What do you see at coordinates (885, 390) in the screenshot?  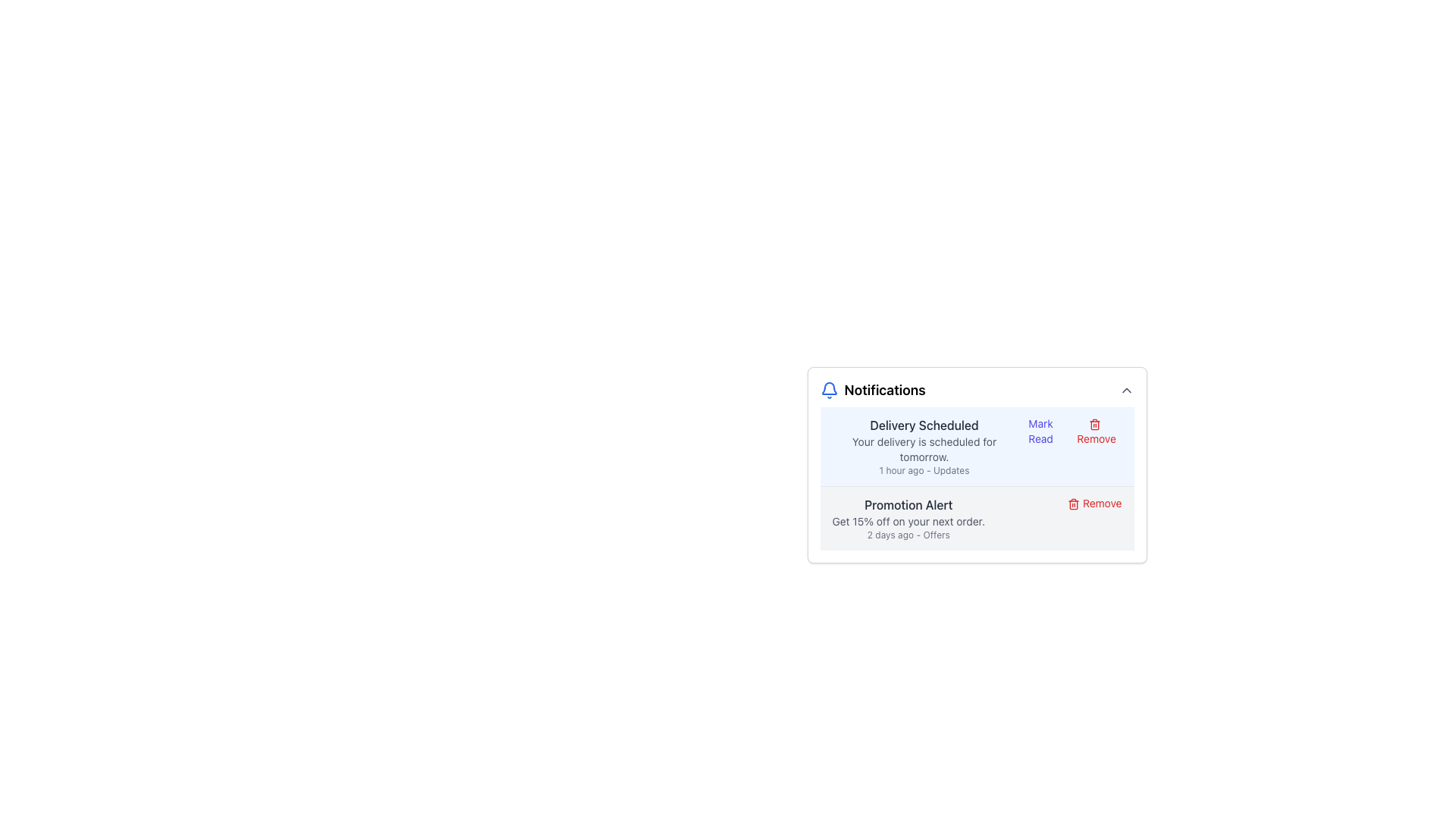 I see `the bold, prominent text element styled as a header with the text 'Notifications', located at the top of the notifications section` at bounding box center [885, 390].